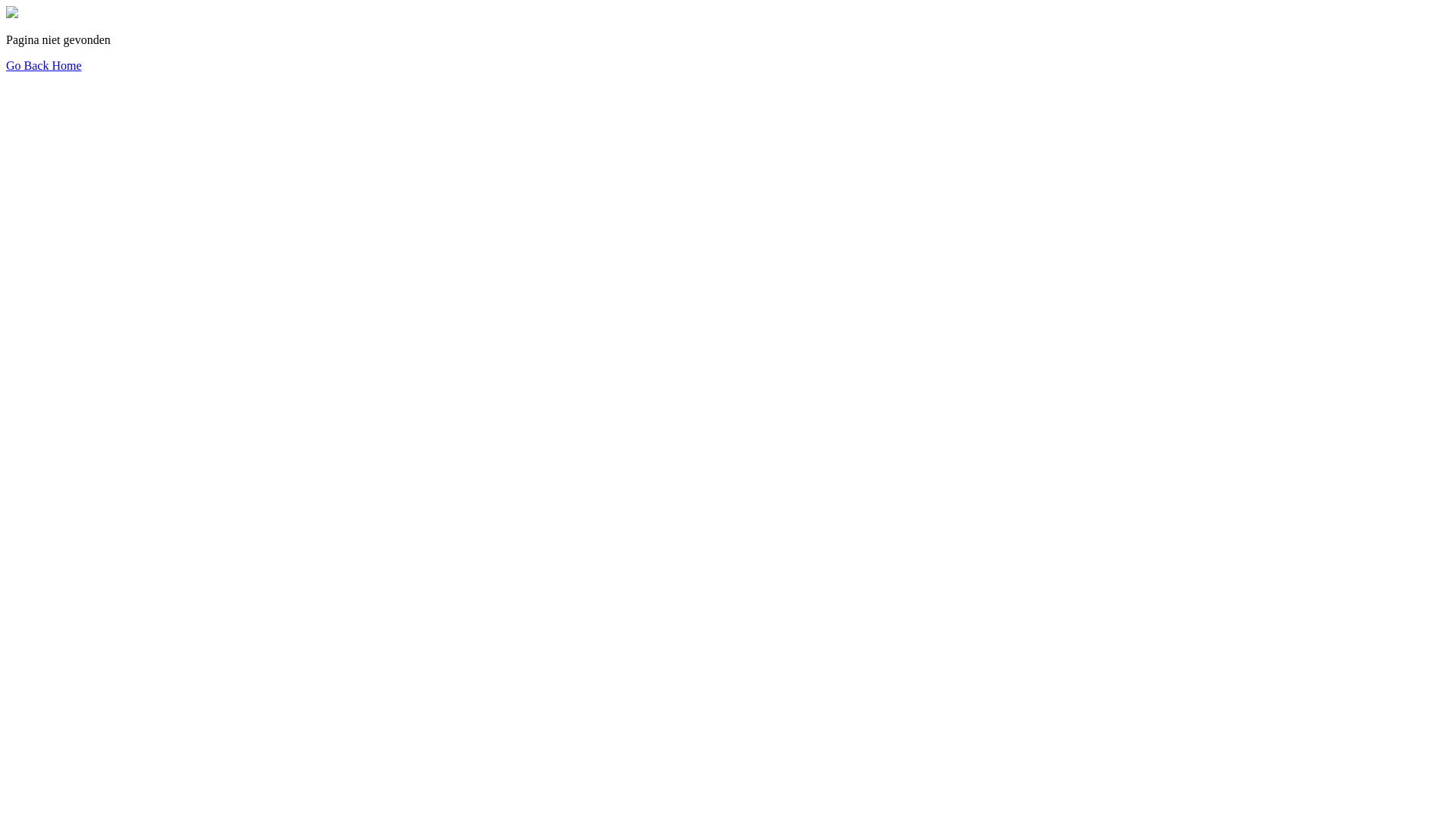  Describe the element at coordinates (6, 64) in the screenshot. I see `'Go Back Home'` at that location.